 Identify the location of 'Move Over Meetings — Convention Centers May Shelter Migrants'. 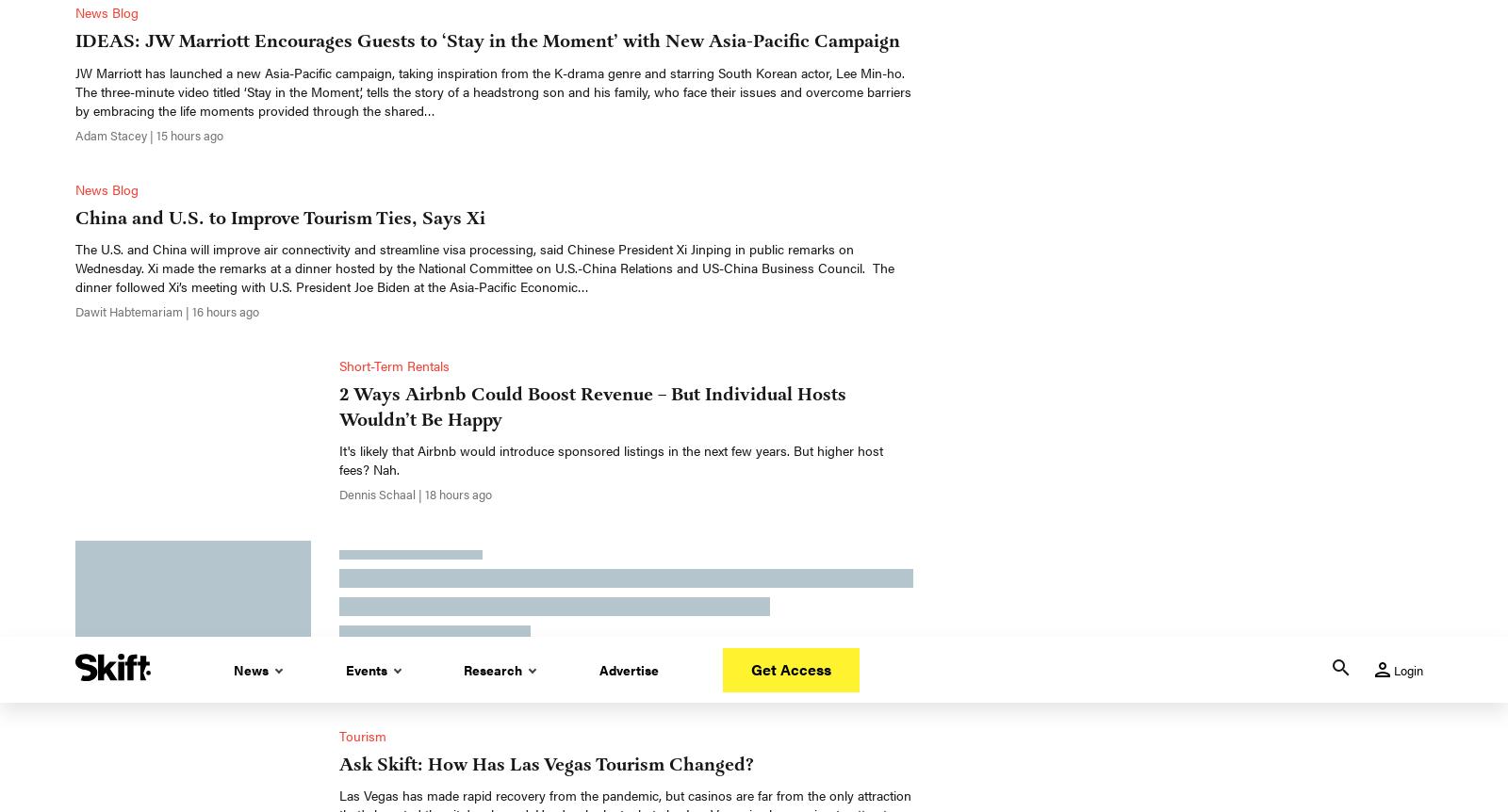
(339, 241).